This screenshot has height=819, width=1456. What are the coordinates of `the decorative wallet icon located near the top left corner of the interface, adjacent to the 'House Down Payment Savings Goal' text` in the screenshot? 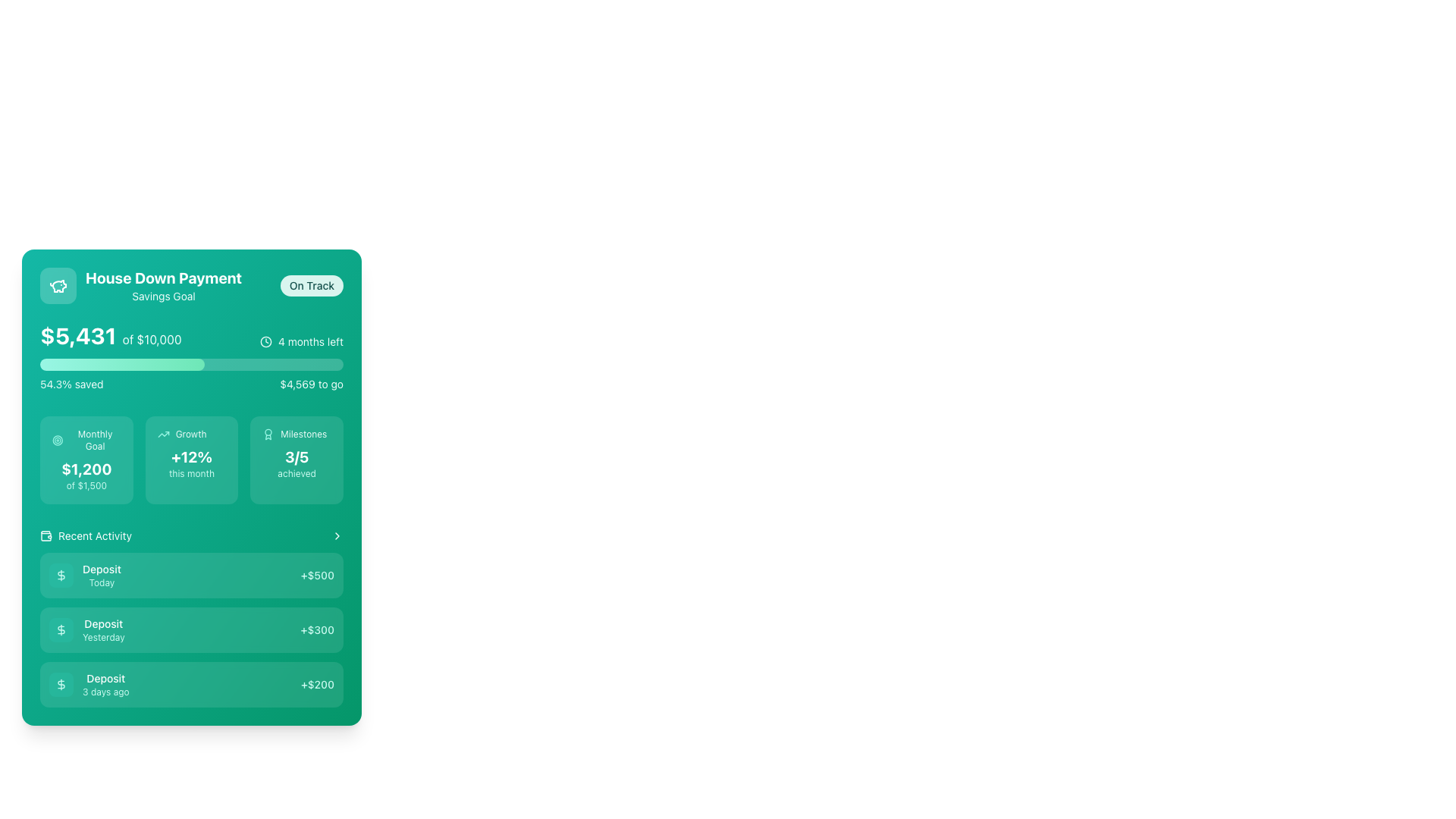 It's located at (46, 534).